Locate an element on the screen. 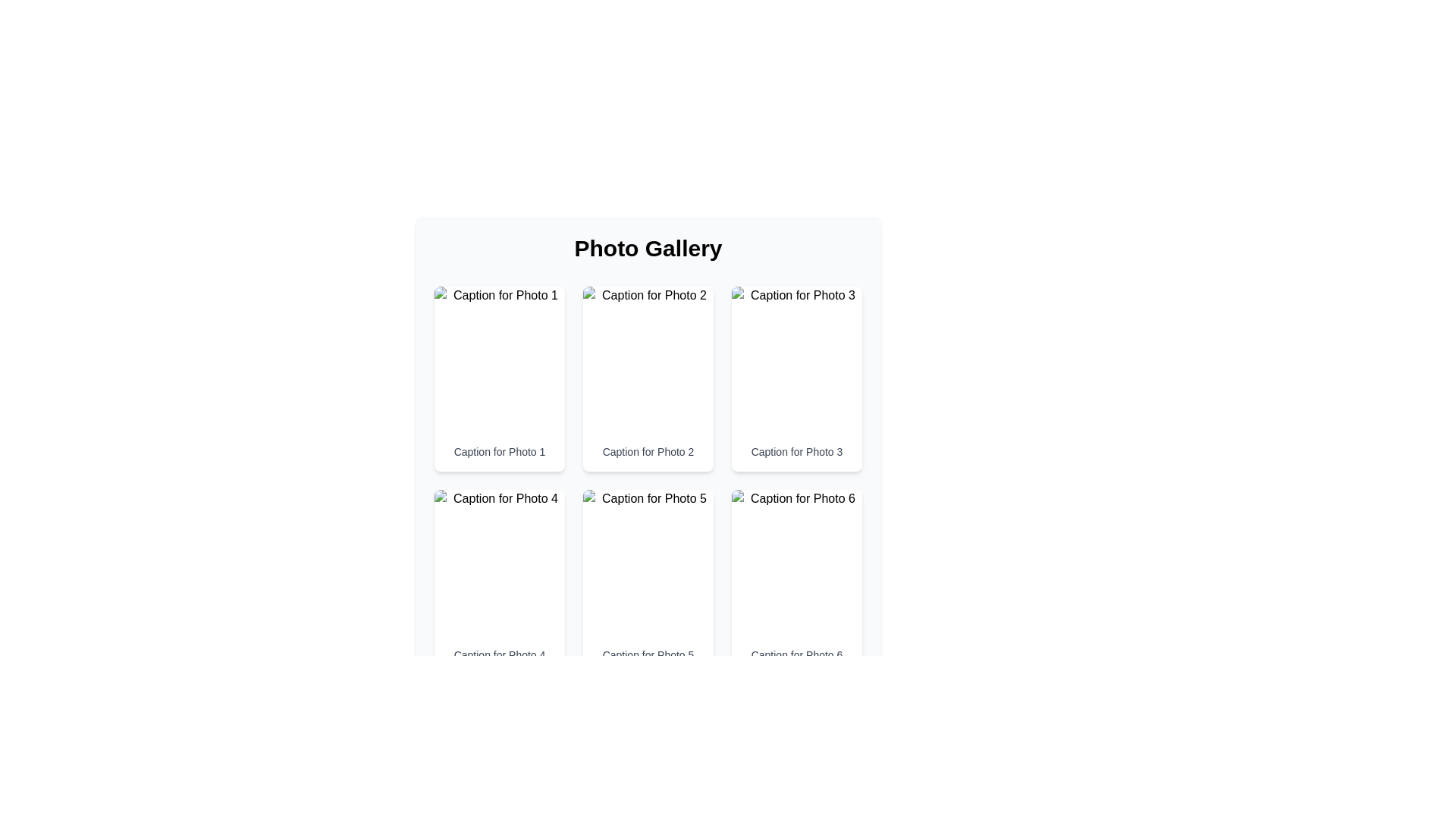 The width and height of the screenshot is (1456, 819). the static text label for the sixth photo in the gallery for copying is located at coordinates (796, 654).